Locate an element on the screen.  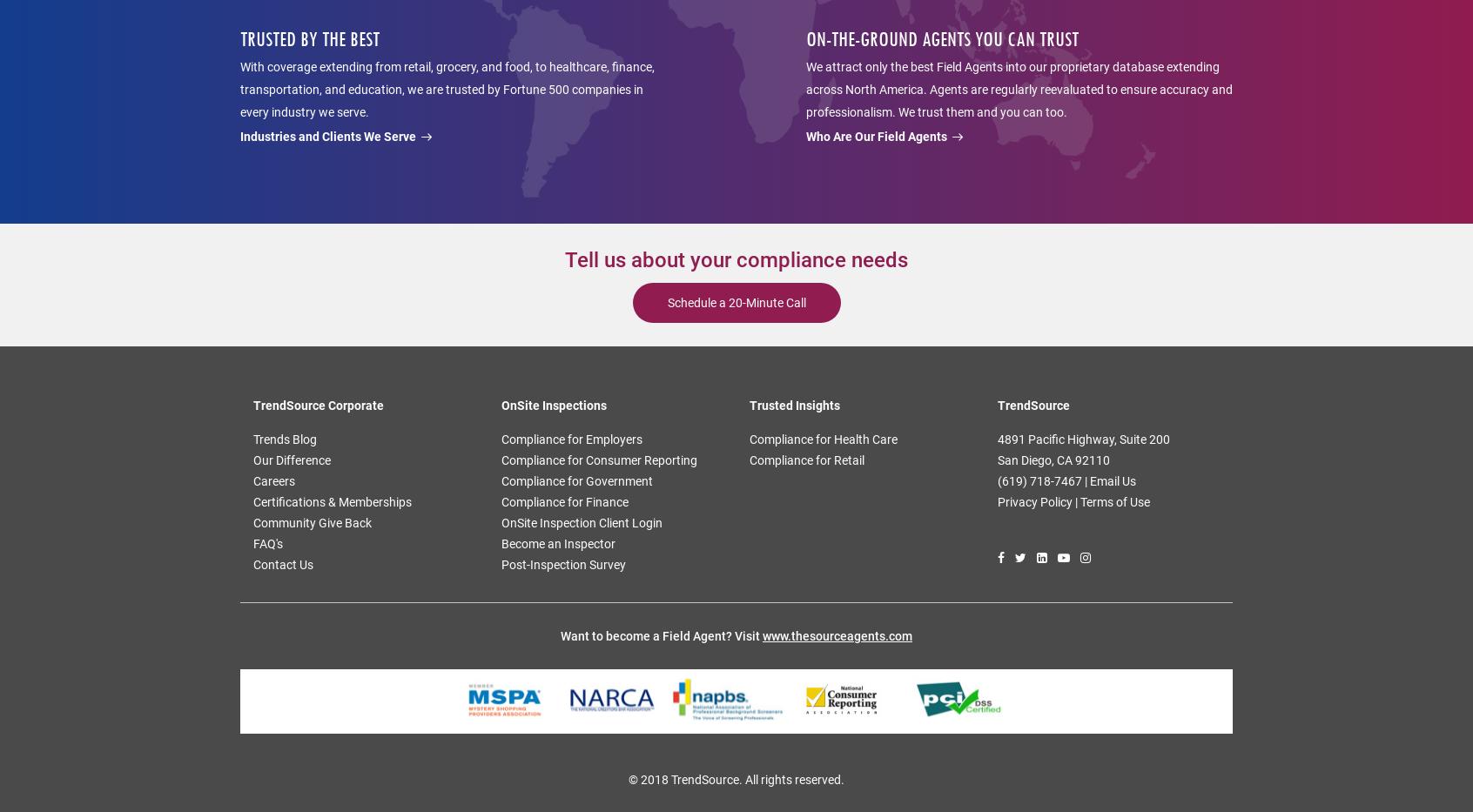
'Compliance for Health Care' is located at coordinates (749, 440).